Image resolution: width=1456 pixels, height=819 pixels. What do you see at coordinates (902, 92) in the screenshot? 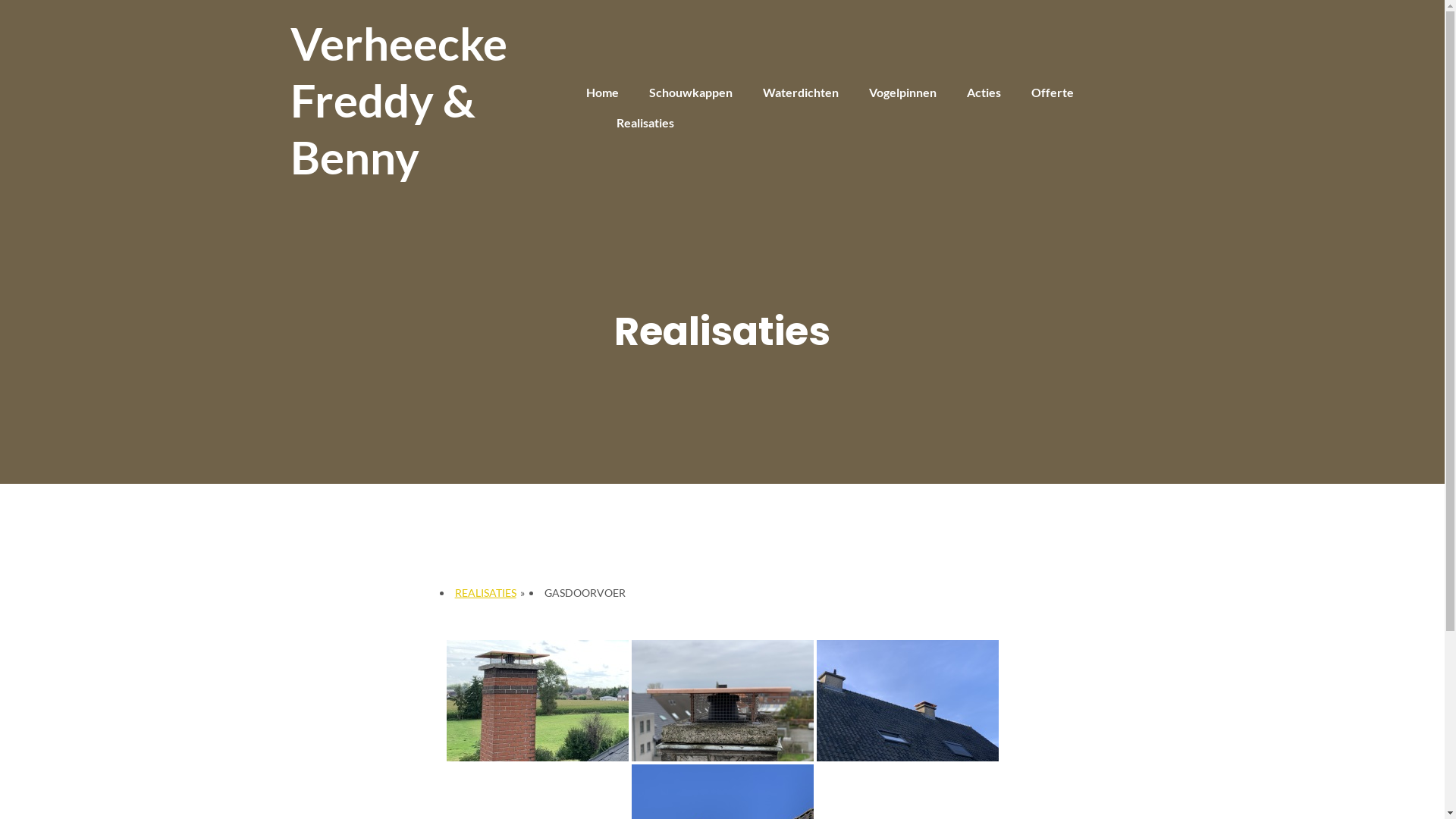
I see `'Vogelpinnen'` at bounding box center [902, 92].